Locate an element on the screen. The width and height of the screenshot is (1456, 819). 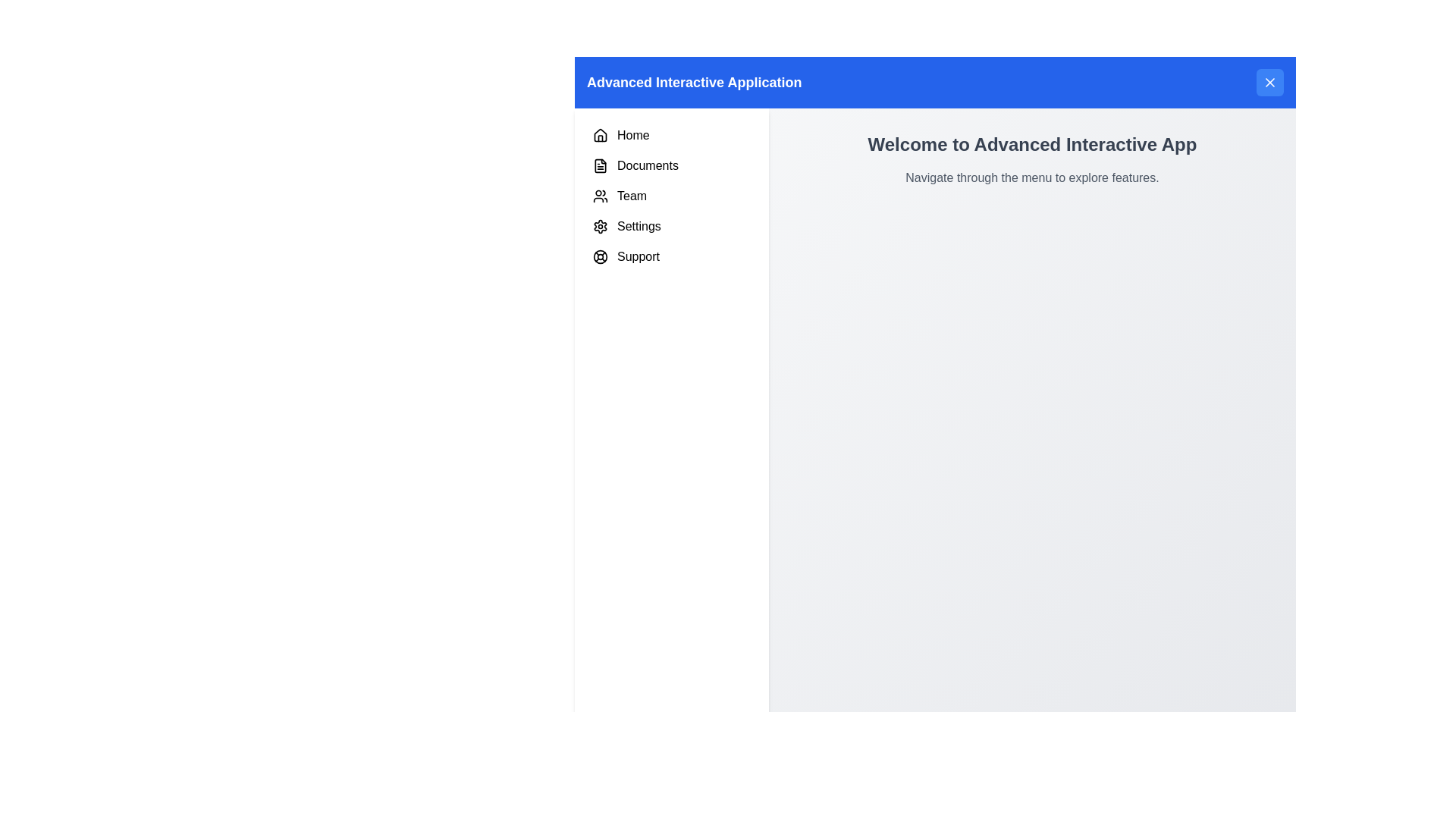
the 'Home' text label in the menu section is located at coordinates (633, 134).